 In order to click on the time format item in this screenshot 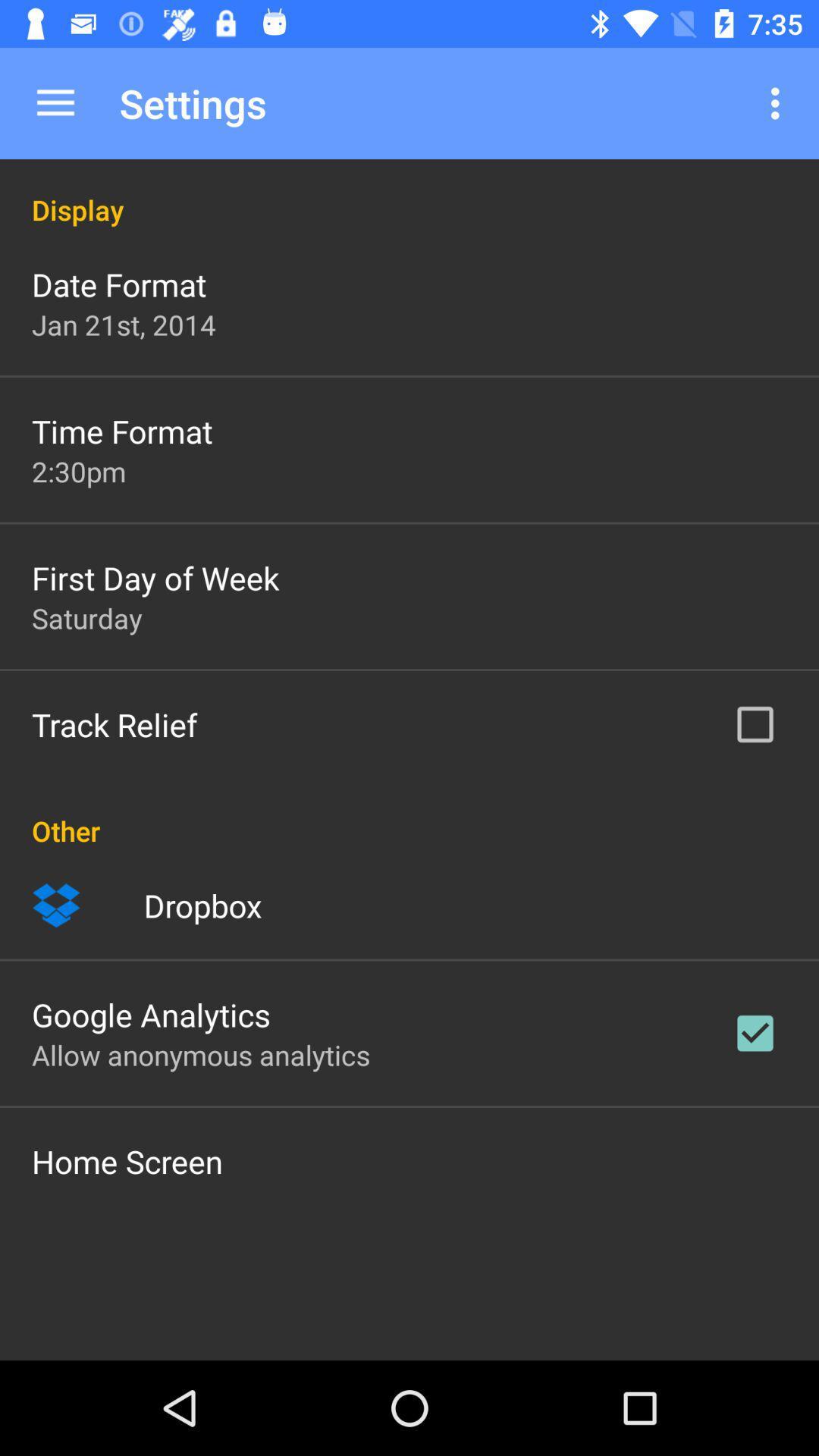, I will do `click(121, 430)`.